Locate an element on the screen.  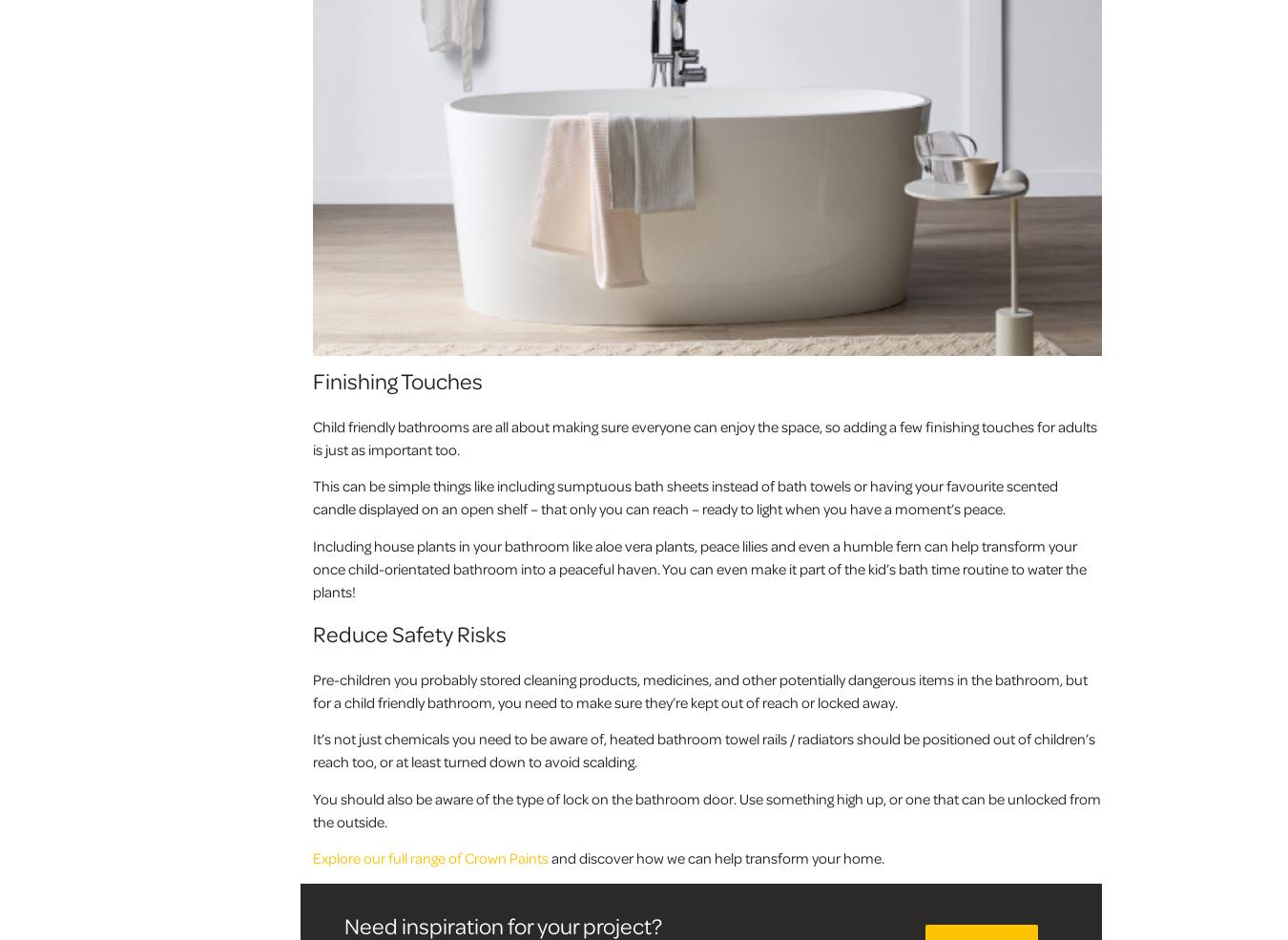
'This can be simple things like including sumptuous bath sheets instead of bath towels or having your favourite scented candle displayed on an open shelf – that only you can reach – ready to light when you have a moment’s peace.' is located at coordinates (684, 496).